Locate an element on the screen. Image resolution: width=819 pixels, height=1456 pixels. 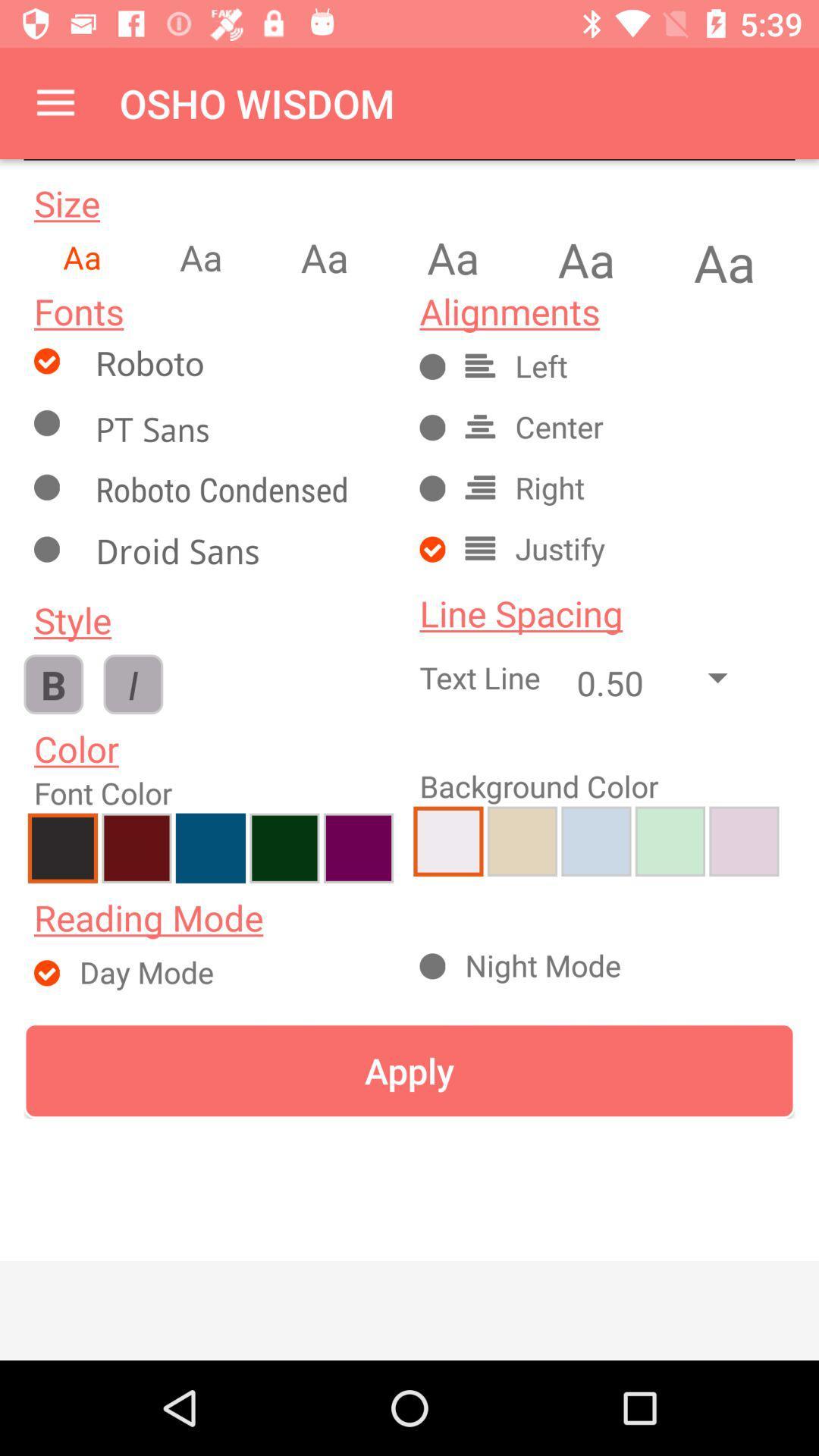
choose purple font color is located at coordinates (358, 847).